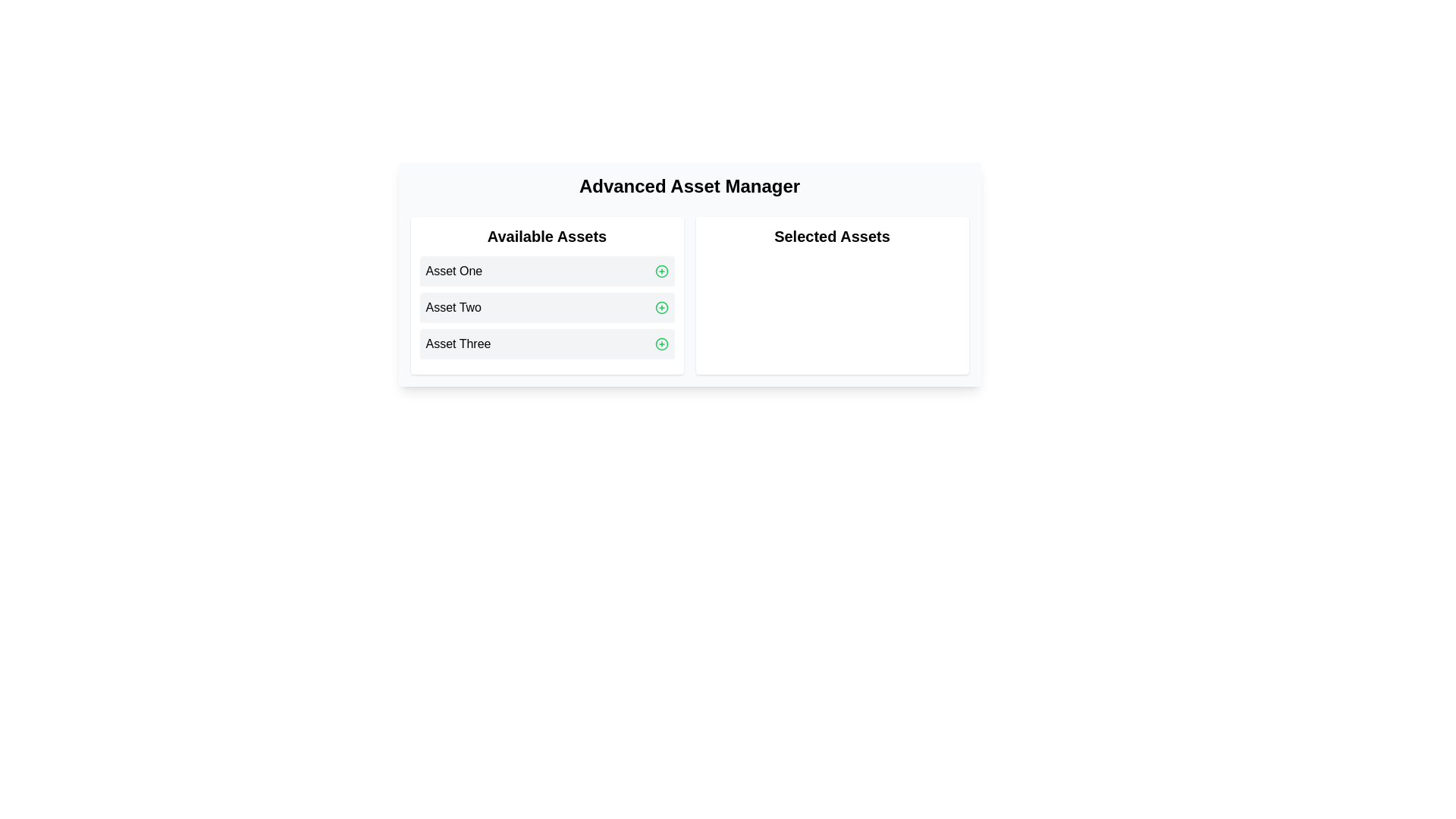 The image size is (1456, 819). What do you see at coordinates (661, 307) in the screenshot?
I see `the icon button to add 'Asset Two'` at bounding box center [661, 307].